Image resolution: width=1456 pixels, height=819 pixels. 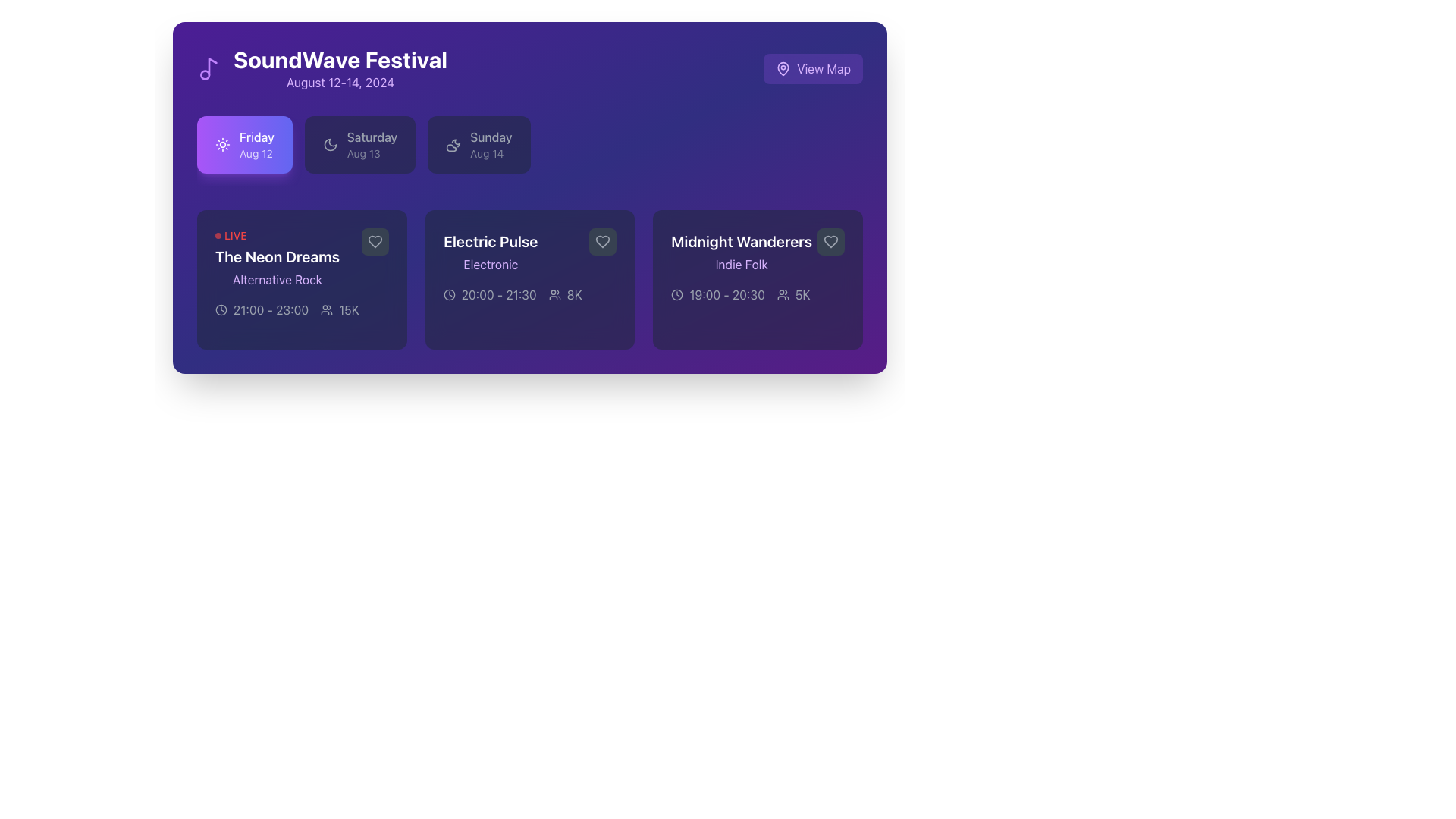 I want to click on the musical note icon outlined in purple, which is located to the left of the 'SoundWave Festival' text at the top-left corner of the header section, so click(x=208, y=69).